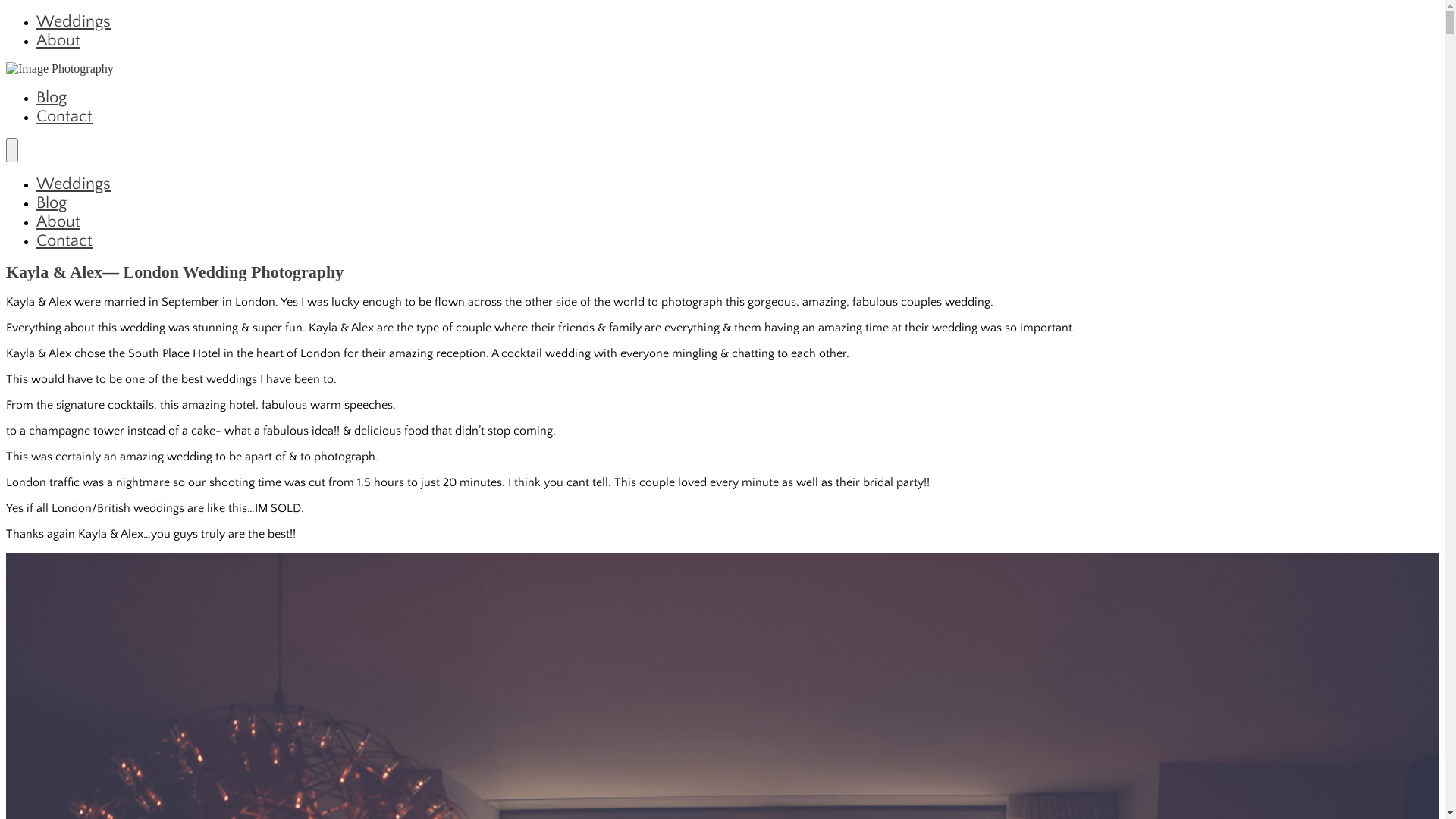  What do you see at coordinates (72, 21) in the screenshot?
I see `'Weddings'` at bounding box center [72, 21].